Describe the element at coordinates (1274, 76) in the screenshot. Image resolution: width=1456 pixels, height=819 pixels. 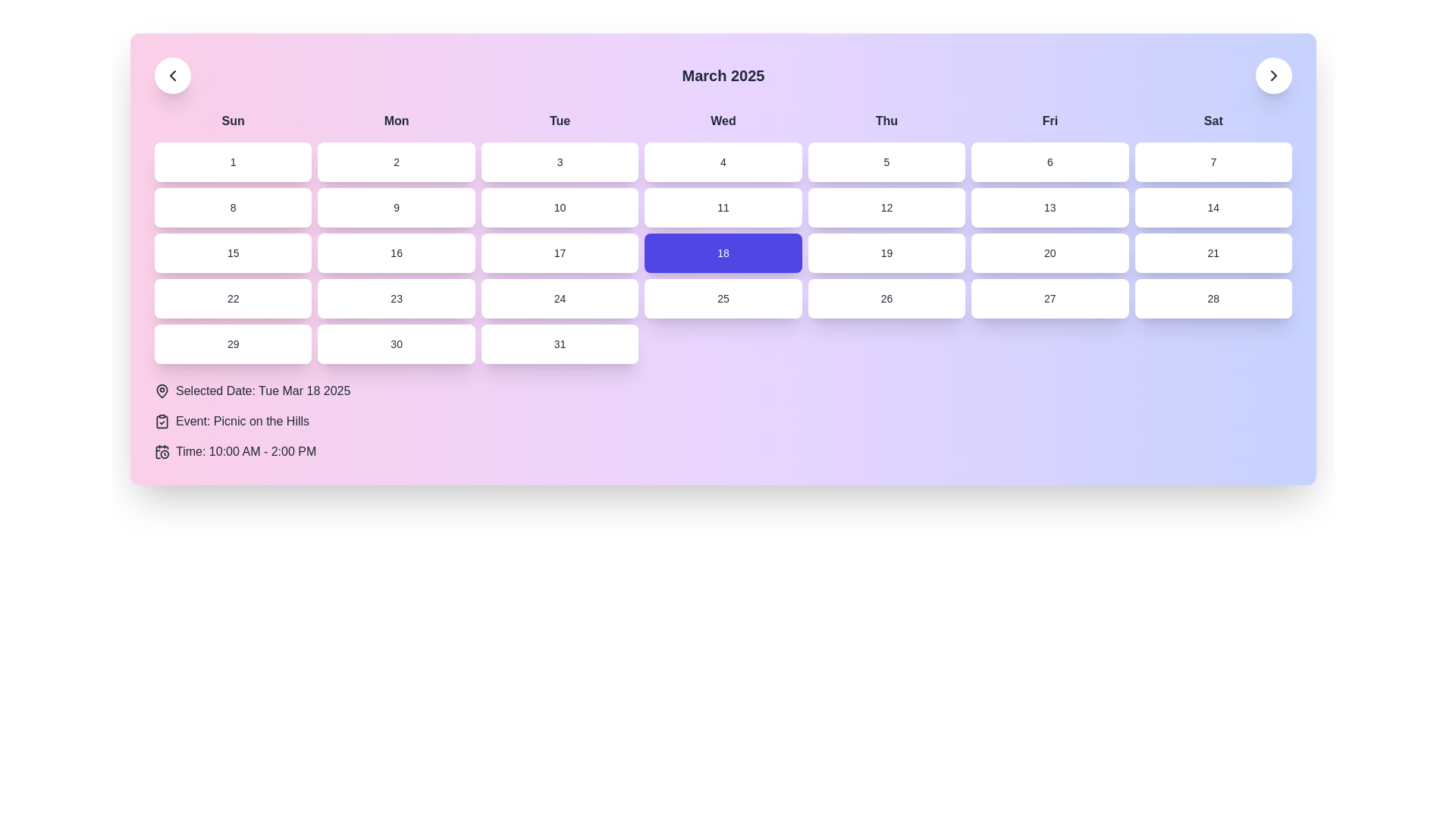
I see `the chevron icon embedded within the circular button in the top-right corner of the calendar interface` at that location.